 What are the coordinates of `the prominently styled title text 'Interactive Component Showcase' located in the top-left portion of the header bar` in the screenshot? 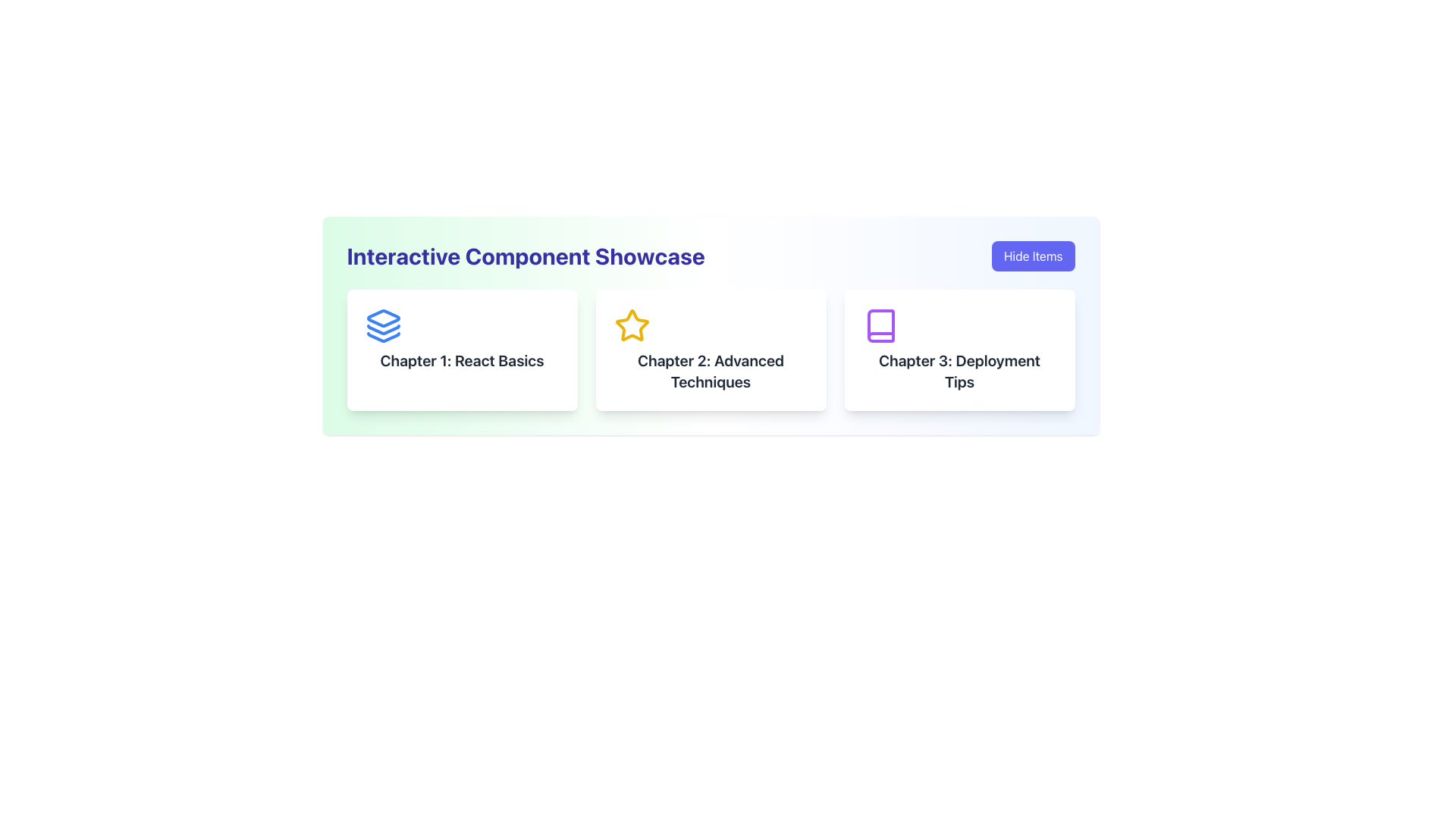 It's located at (526, 256).